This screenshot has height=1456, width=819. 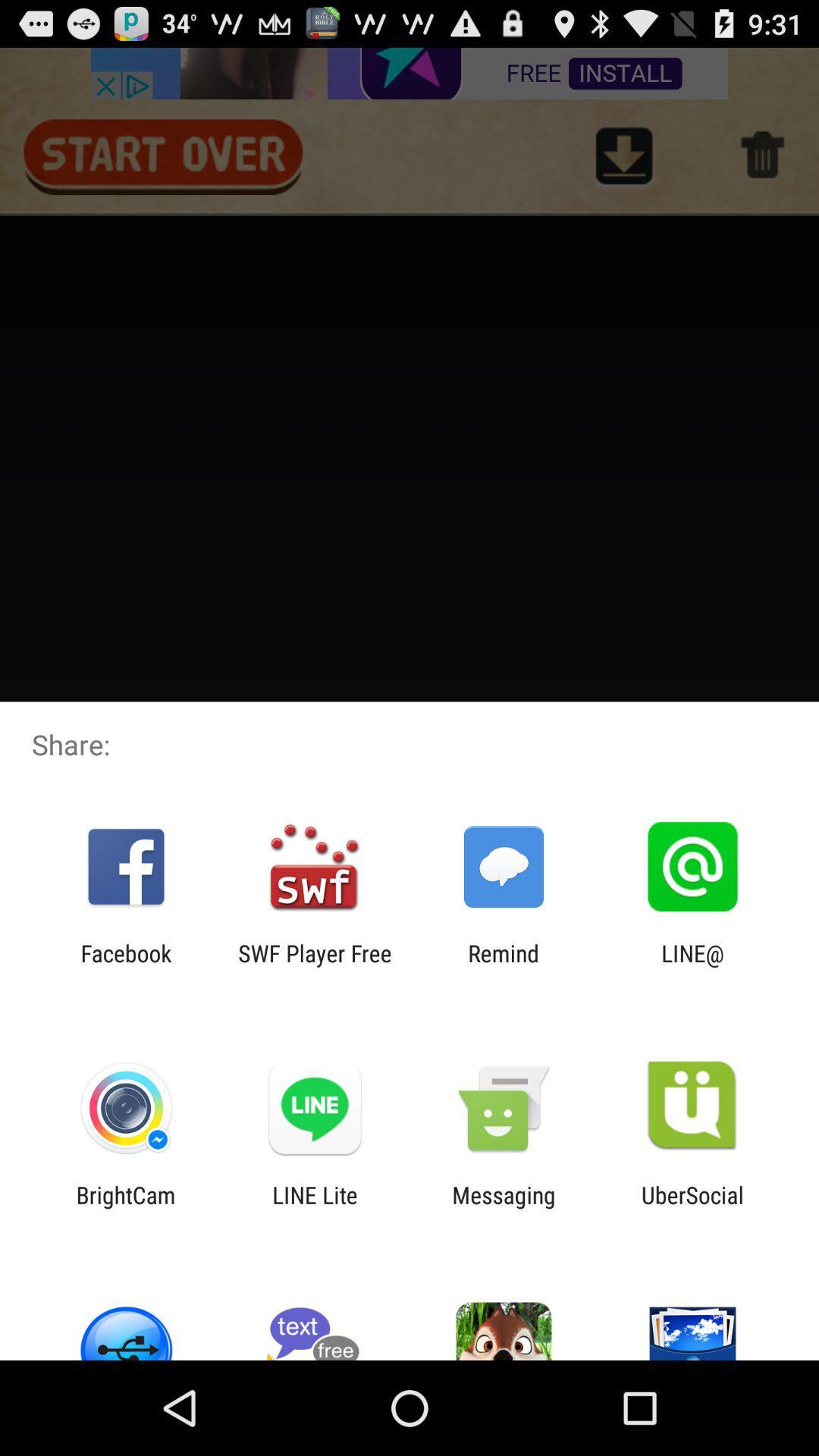 I want to click on icon to the right of the line lite item, so click(x=504, y=1207).